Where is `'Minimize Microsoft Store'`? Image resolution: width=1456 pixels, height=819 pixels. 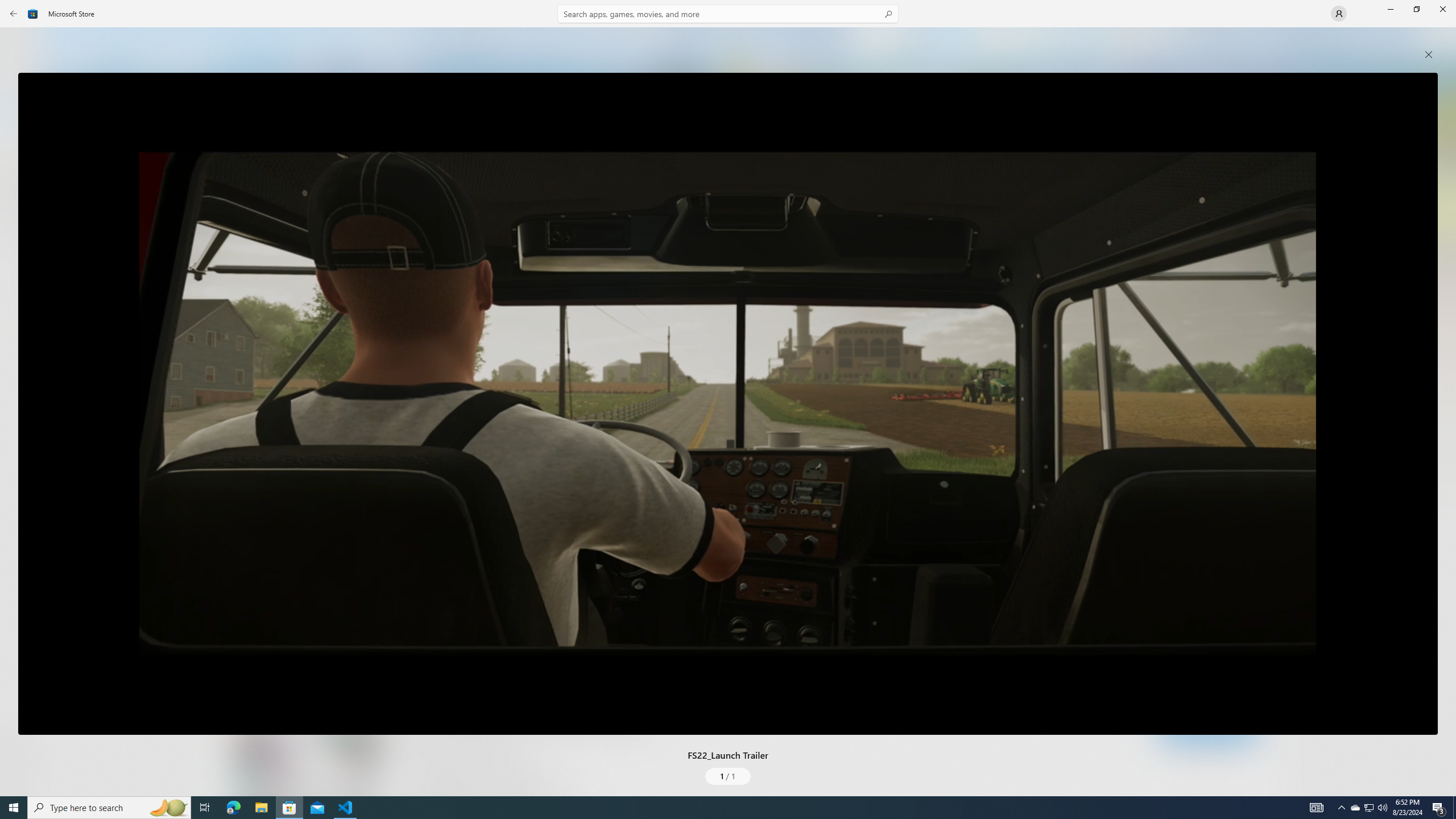
'Minimize Microsoft Store' is located at coordinates (1389, 9).